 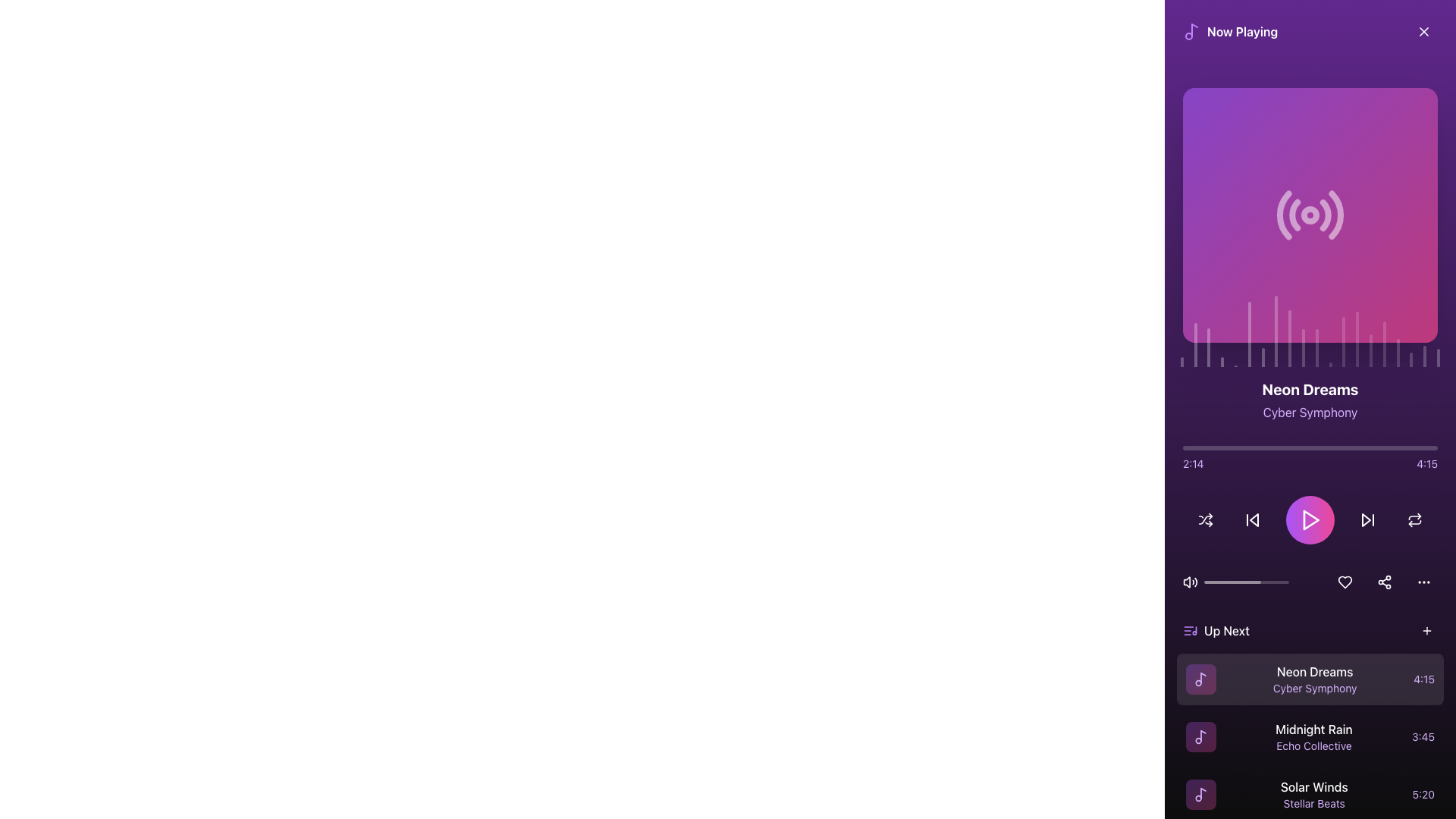 I want to click on the static text label displaying the duration of the track 'Midnight Rain', positioned in the lower right corner of the 'Up Next' list item, so click(x=1422, y=736).